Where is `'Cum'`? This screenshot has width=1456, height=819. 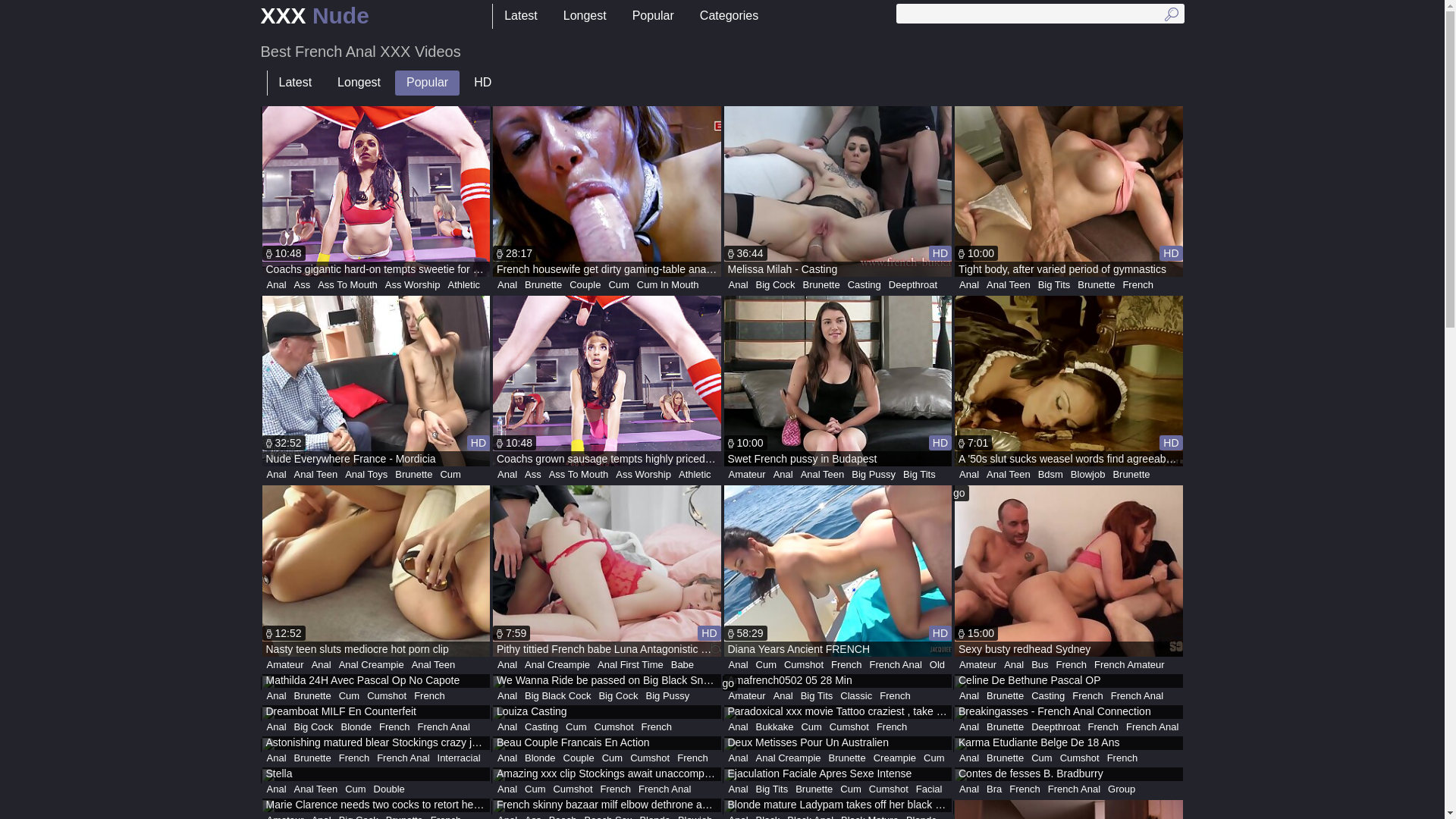
'Cum' is located at coordinates (354, 789).